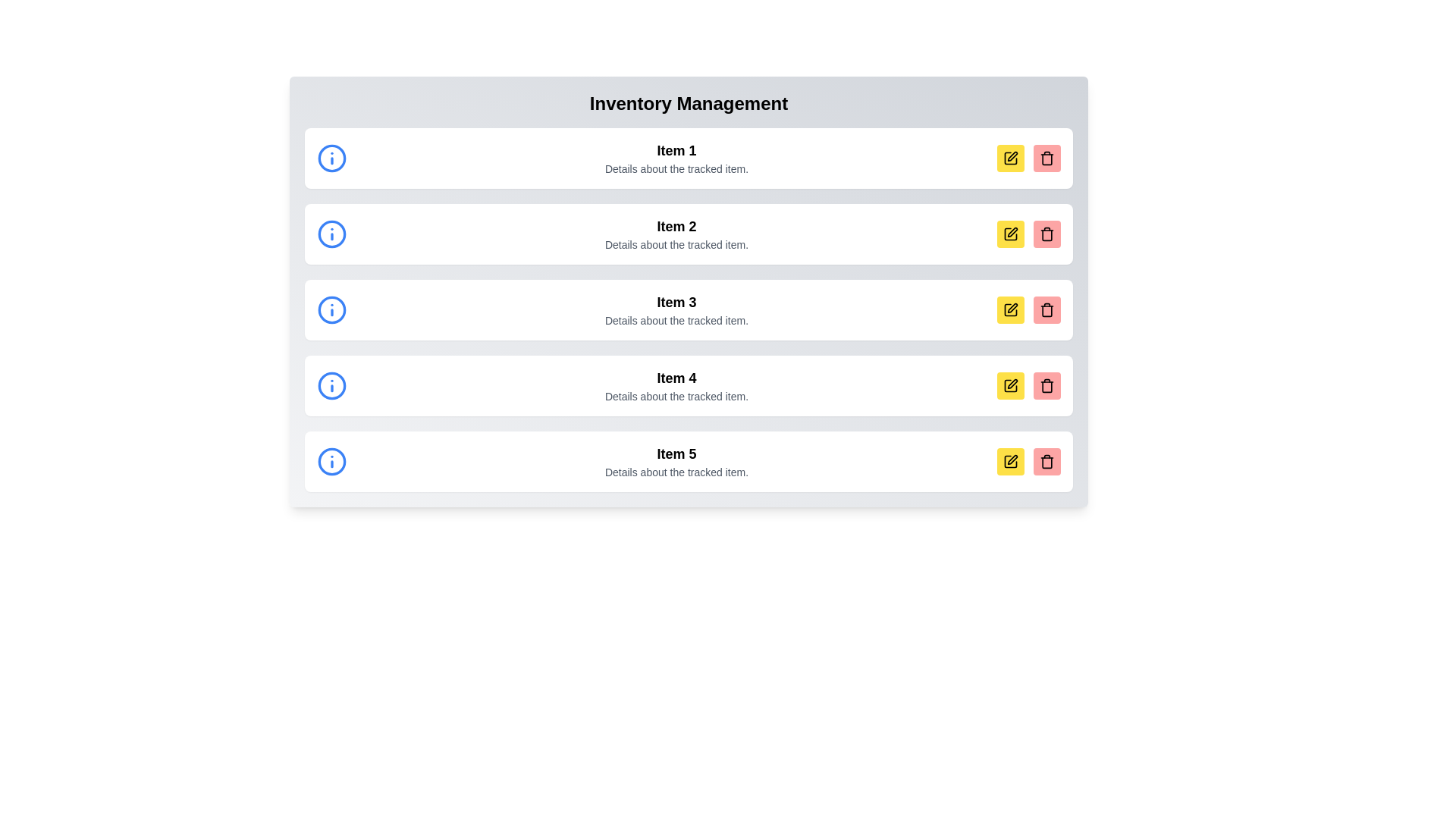 Image resolution: width=1456 pixels, height=819 pixels. Describe the element at coordinates (1029, 234) in the screenshot. I see `the delete button in the grouped action buttons located in the second row of the list view under 'Item 2 - Details about the tracked item.'` at that location.